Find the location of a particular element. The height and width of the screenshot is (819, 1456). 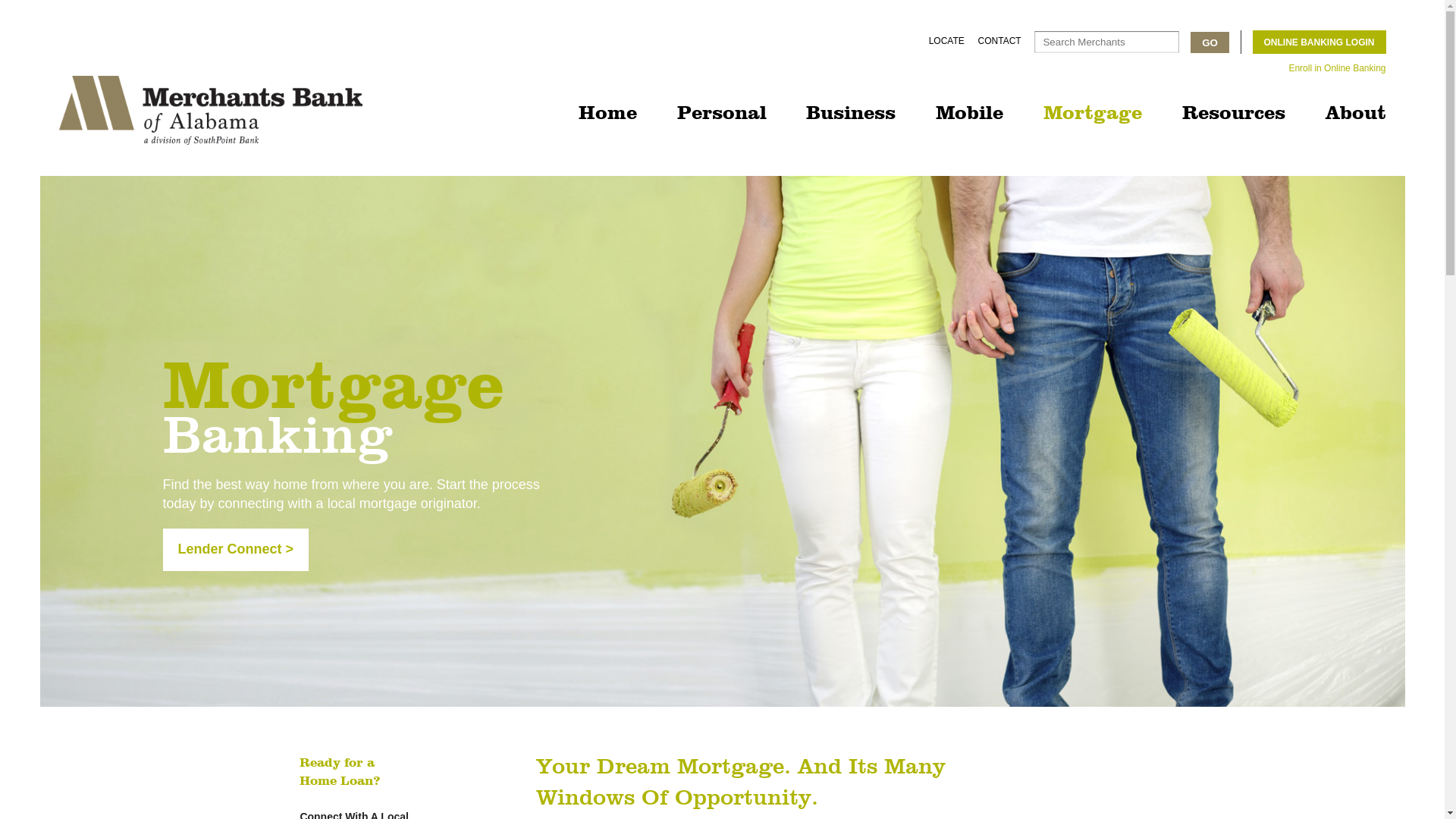

'Resources' is located at coordinates (1234, 113).